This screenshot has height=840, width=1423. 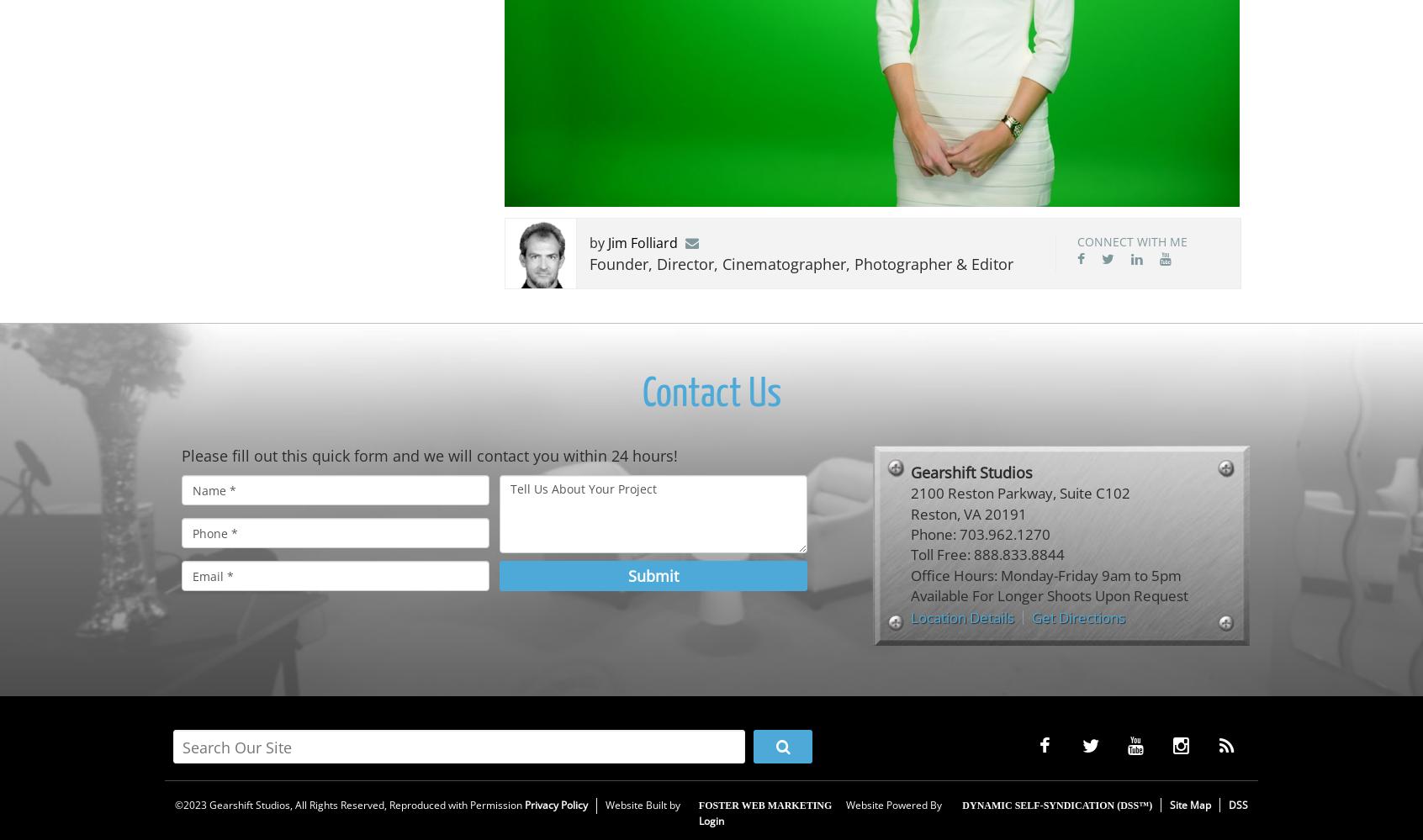 What do you see at coordinates (933, 513) in the screenshot?
I see `'Reston'` at bounding box center [933, 513].